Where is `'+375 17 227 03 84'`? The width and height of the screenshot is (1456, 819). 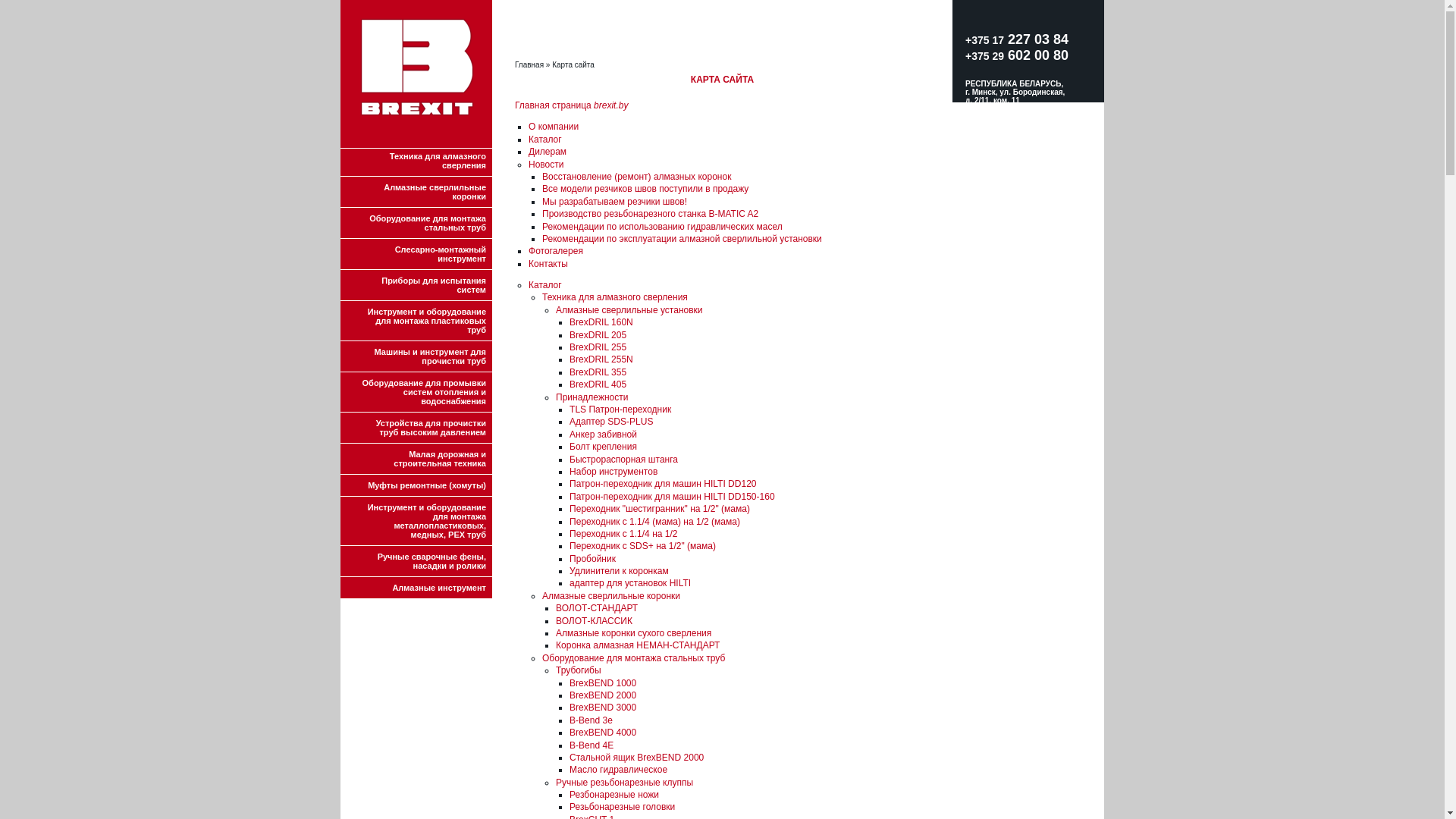 '+375 17 227 03 84' is located at coordinates (1016, 46).